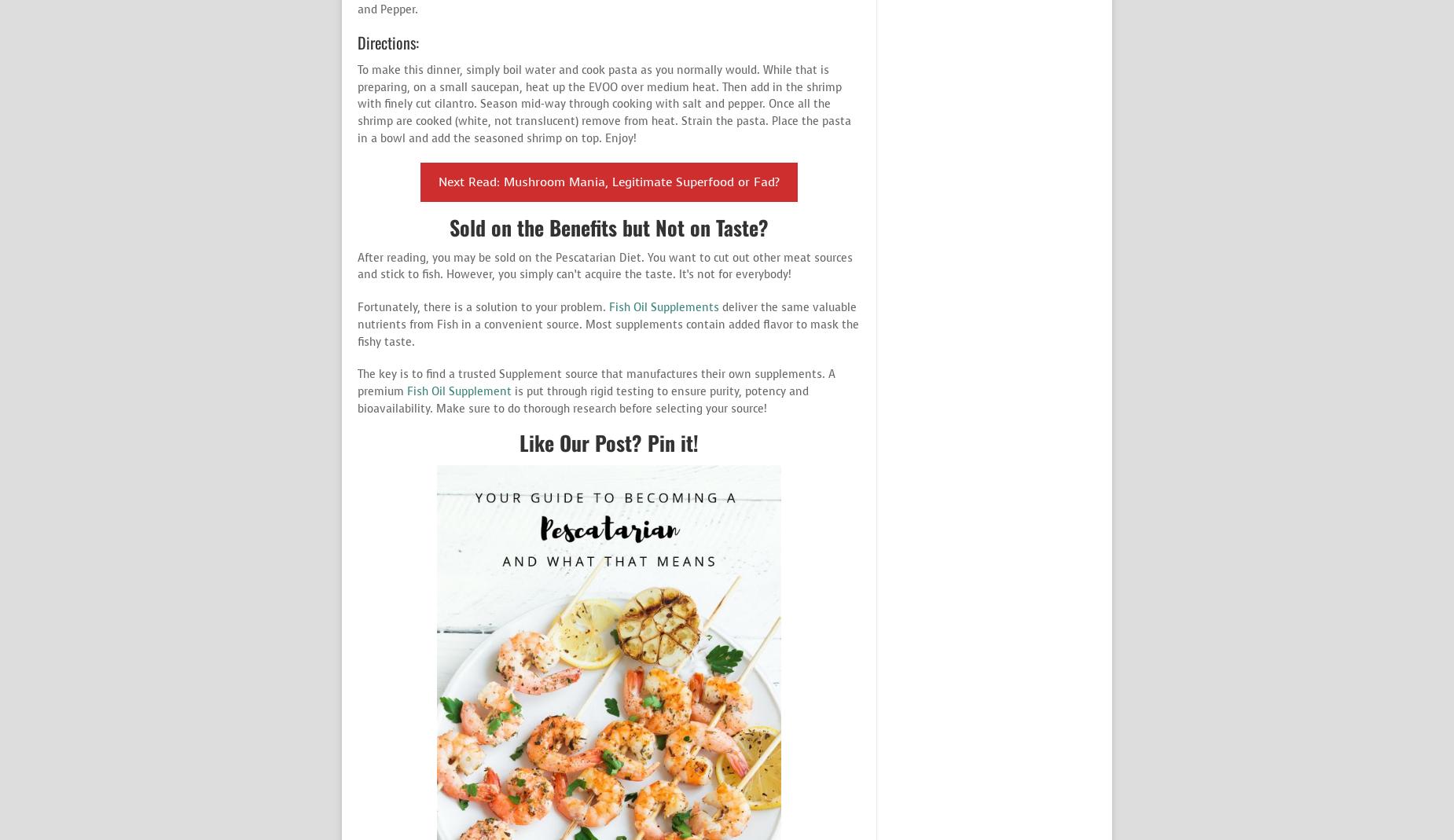 This screenshot has height=840, width=1454. I want to click on 'After reading, you may be sold on the Pescatarian Diet. You want to cut out other meat sources and stick to fish. However, you simply can’t acquire the taste. It’s not for everybody!', so click(356, 266).